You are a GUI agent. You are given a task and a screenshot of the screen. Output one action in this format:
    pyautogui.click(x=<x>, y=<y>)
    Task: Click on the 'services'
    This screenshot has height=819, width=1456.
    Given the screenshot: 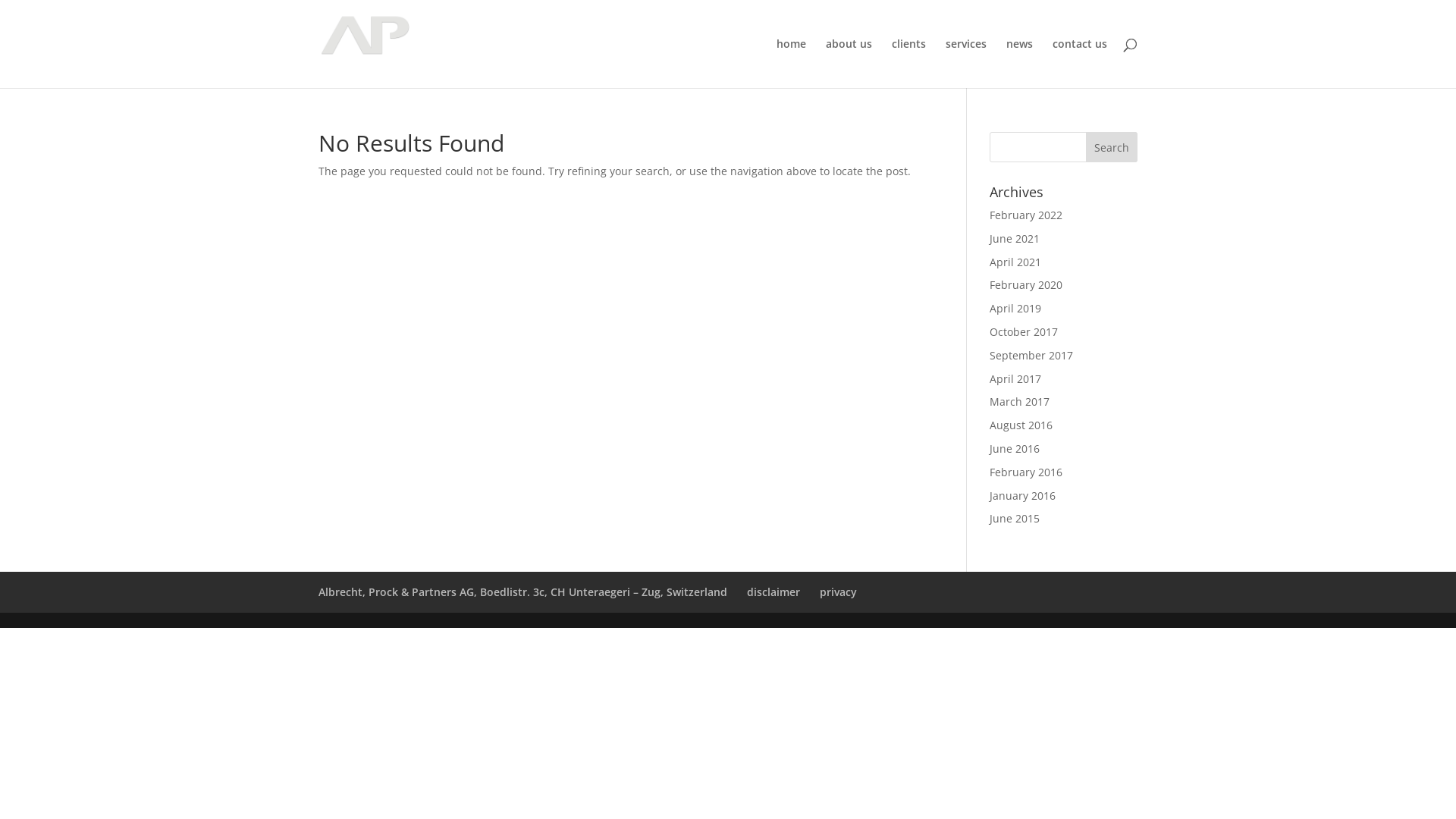 What is the action you would take?
    pyautogui.click(x=965, y=62)
    